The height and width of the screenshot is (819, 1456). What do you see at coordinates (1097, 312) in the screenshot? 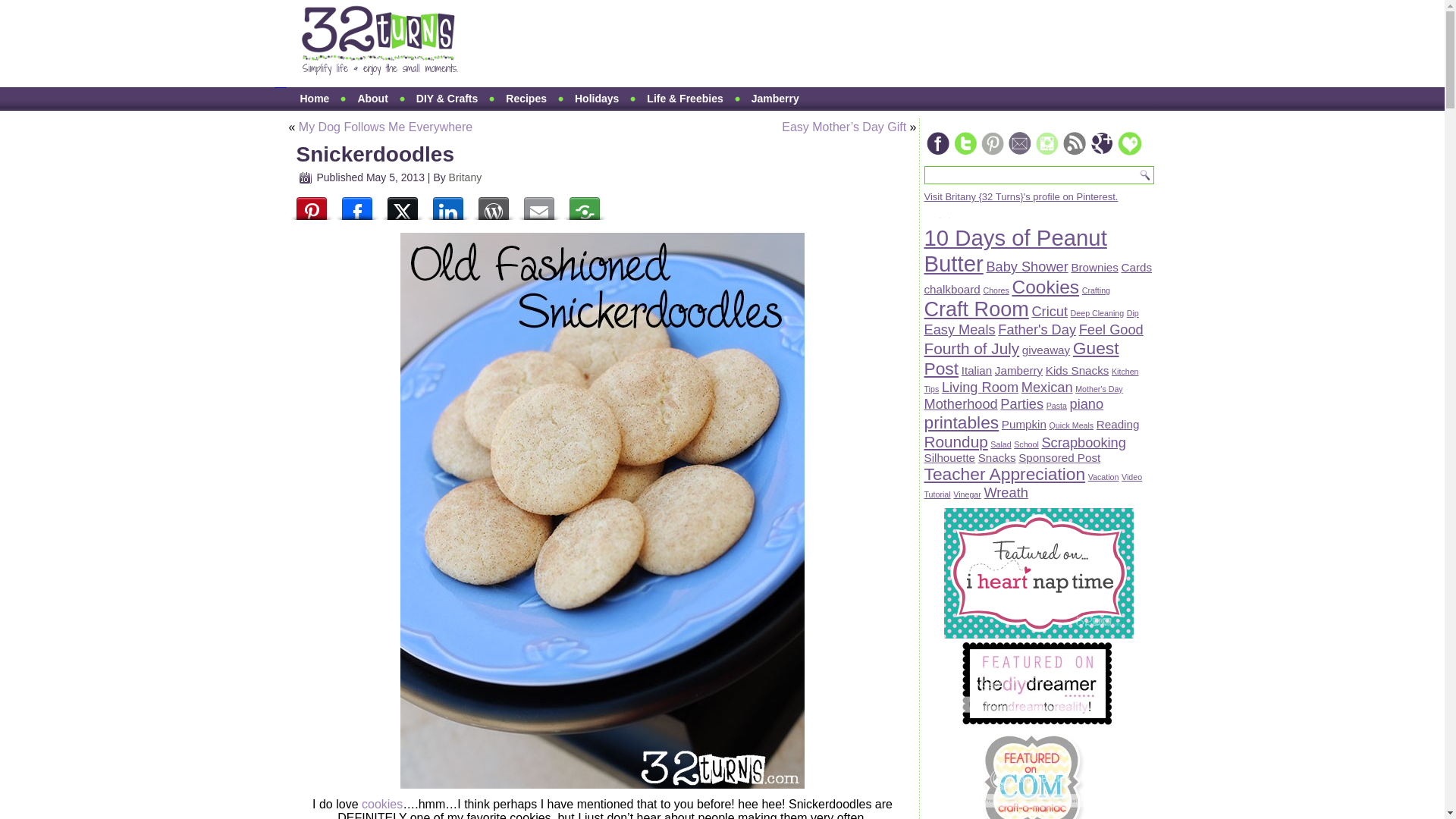
I see `'Deep Cleaning'` at bounding box center [1097, 312].